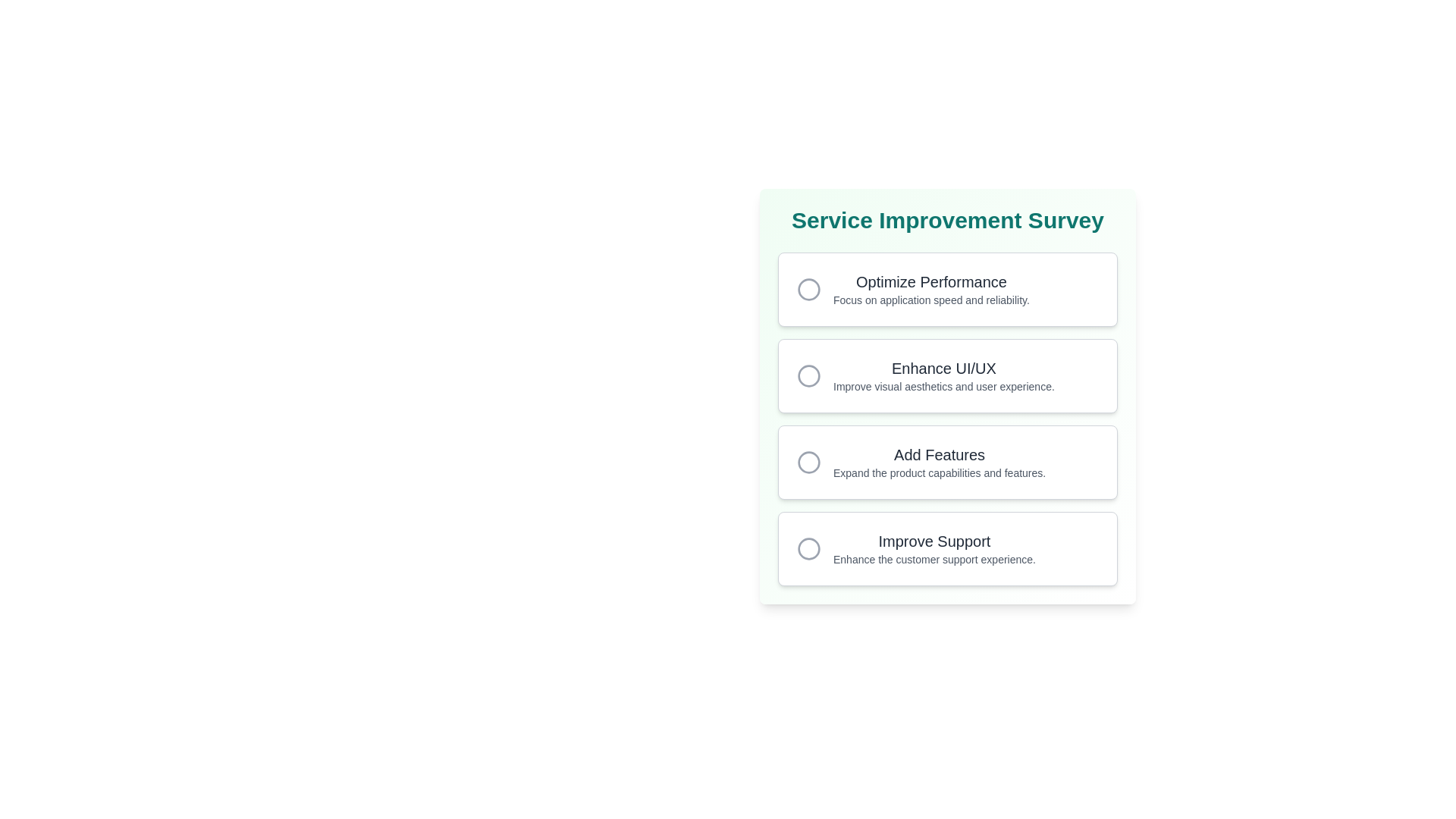  What do you see at coordinates (939, 454) in the screenshot?
I see `title text element located in the third section of the survey list, positioned above the description text 'Expand the product capabilities and features.'` at bounding box center [939, 454].